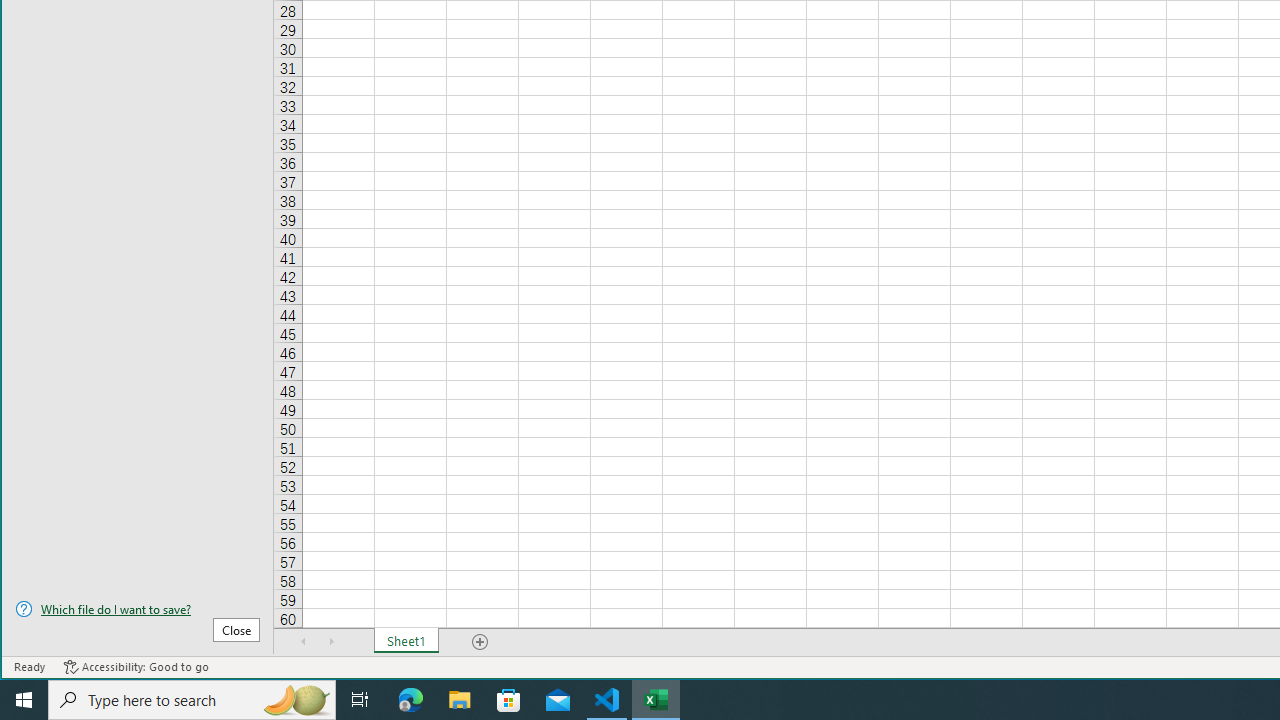 The image size is (1280, 720). Describe the element at coordinates (606, 698) in the screenshot. I see `'Visual Studio Code - 1 running window'` at that location.